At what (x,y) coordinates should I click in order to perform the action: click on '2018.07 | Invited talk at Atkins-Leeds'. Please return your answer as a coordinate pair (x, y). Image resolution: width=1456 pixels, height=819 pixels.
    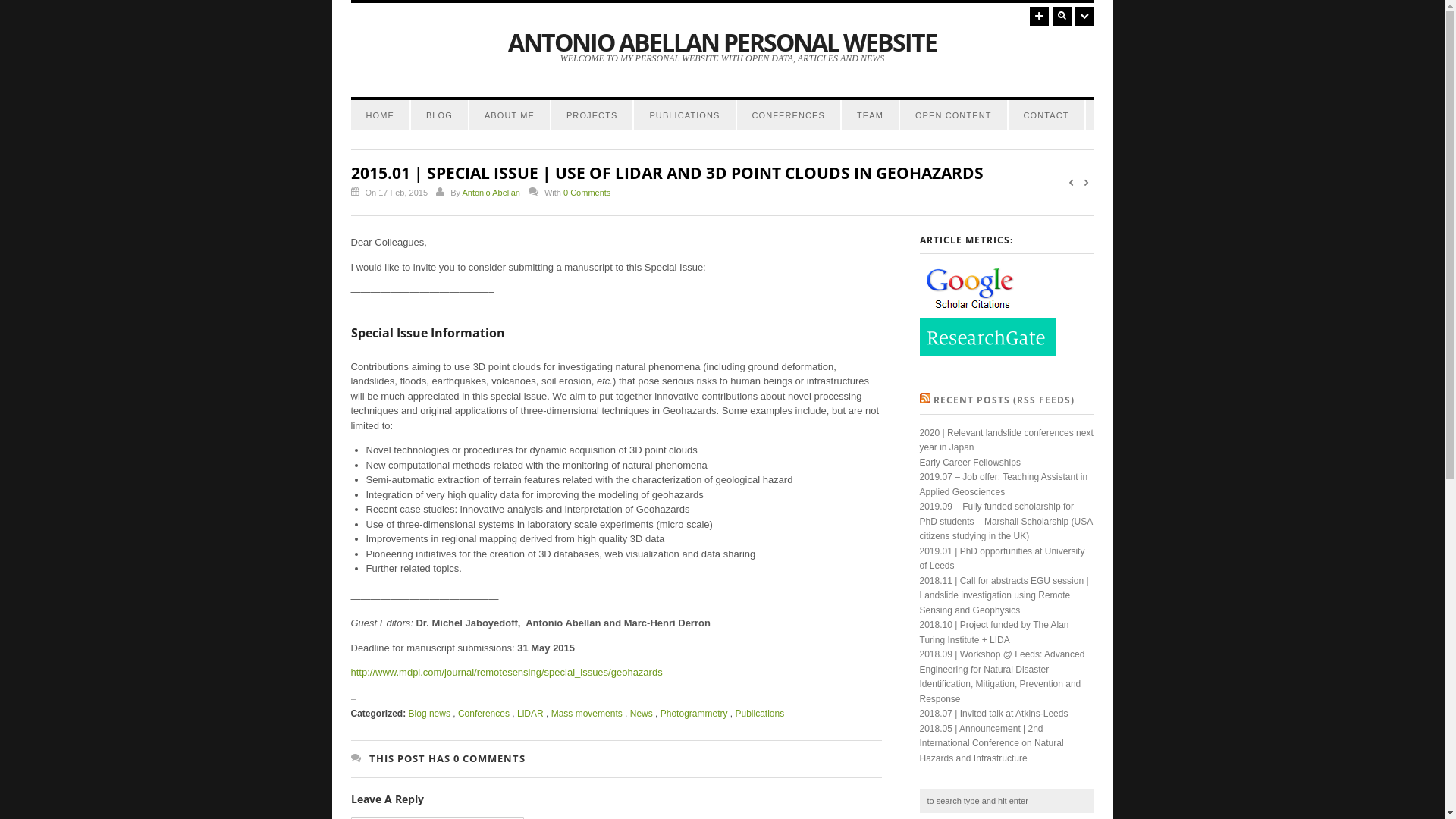
    Looking at the image, I should click on (993, 714).